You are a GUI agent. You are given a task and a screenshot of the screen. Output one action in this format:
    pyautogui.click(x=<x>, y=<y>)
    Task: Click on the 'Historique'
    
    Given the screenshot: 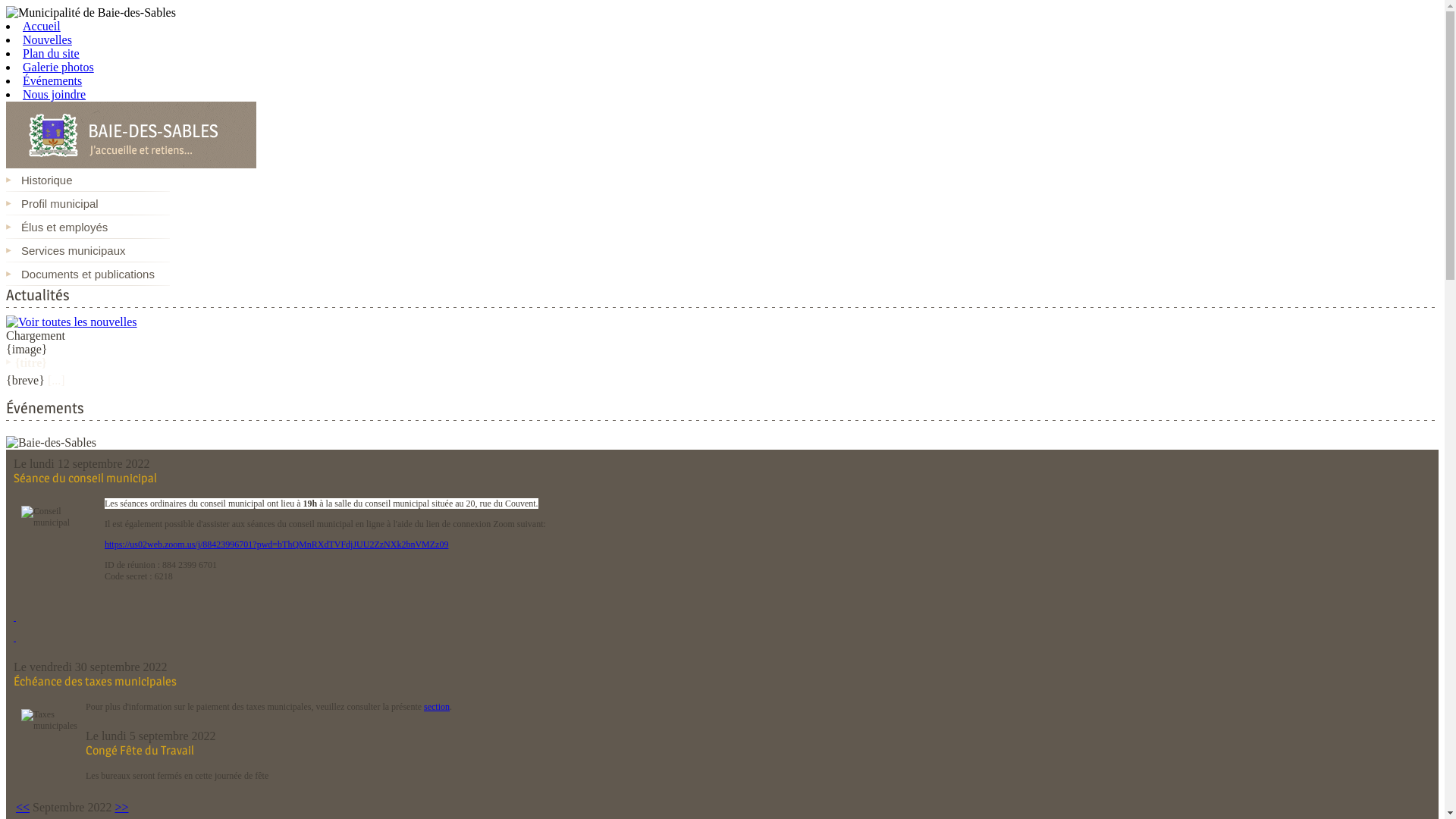 What is the action you would take?
    pyautogui.click(x=6, y=179)
    